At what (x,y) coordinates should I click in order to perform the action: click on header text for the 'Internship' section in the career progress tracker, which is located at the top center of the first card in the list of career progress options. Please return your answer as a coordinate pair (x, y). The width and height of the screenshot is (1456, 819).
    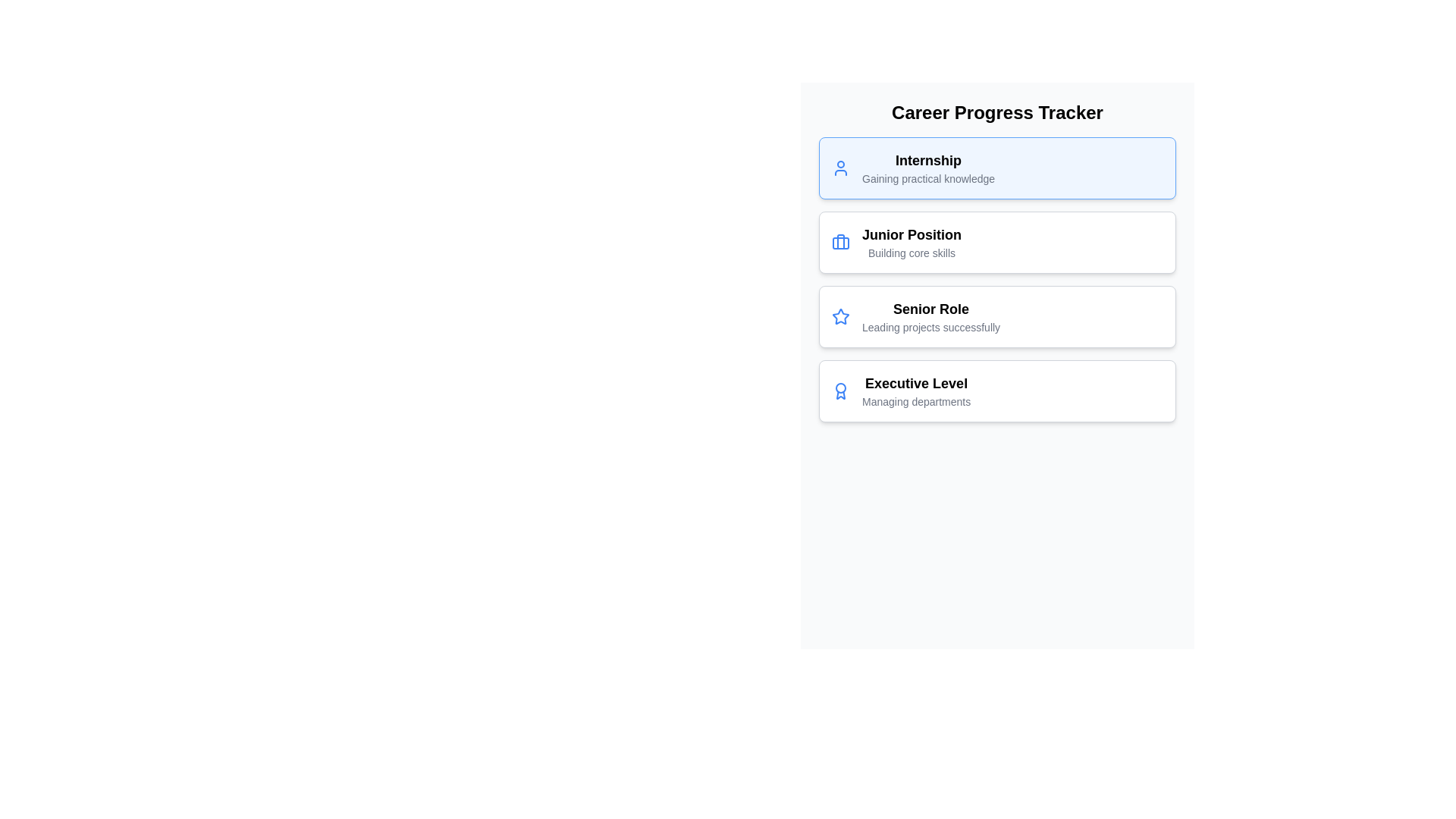
    Looking at the image, I should click on (927, 161).